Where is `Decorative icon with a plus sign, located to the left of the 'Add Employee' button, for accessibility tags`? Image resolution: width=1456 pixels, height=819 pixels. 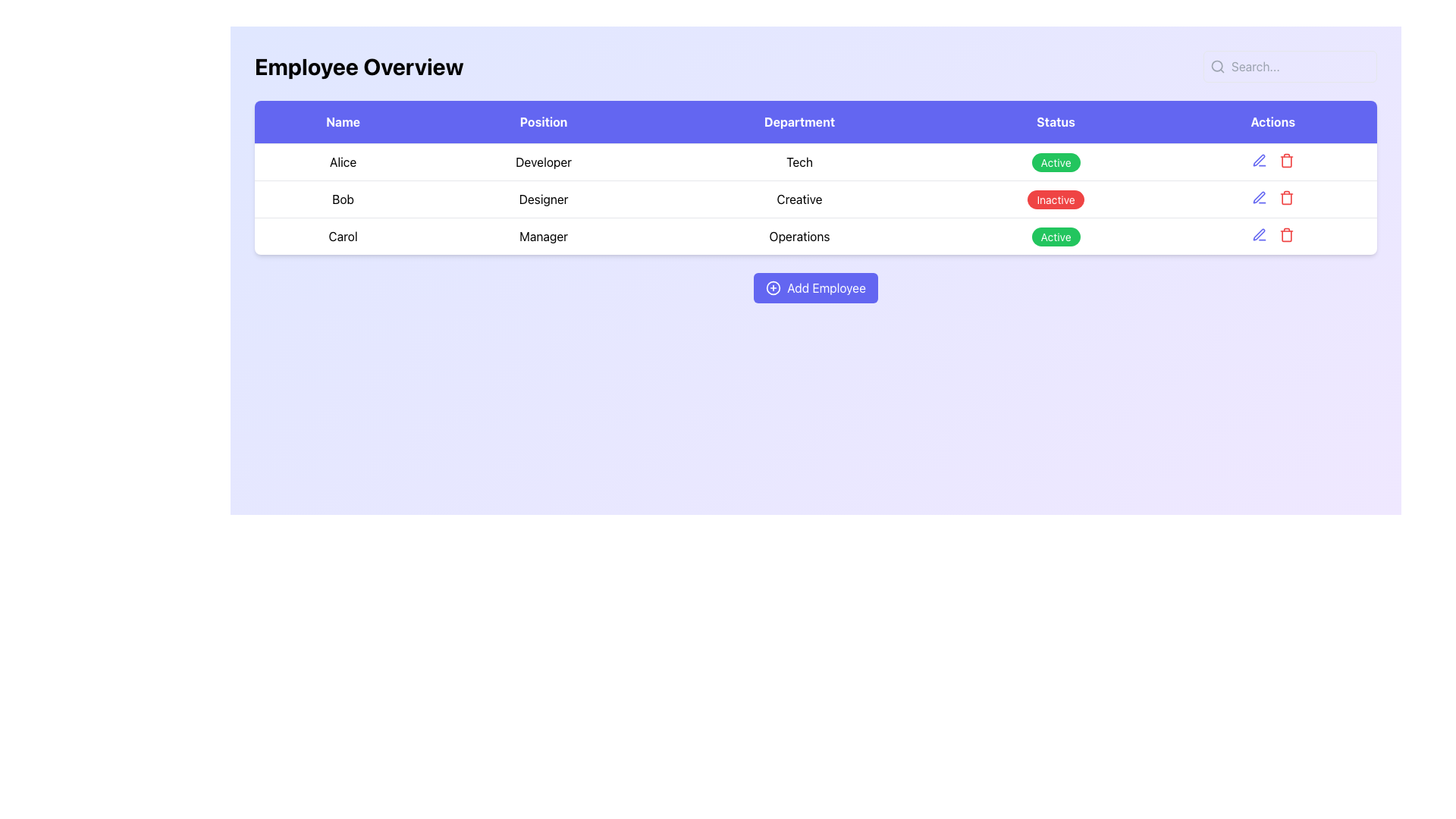
Decorative icon with a plus sign, located to the left of the 'Add Employee' button, for accessibility tags is located at coordinates (773, 288).